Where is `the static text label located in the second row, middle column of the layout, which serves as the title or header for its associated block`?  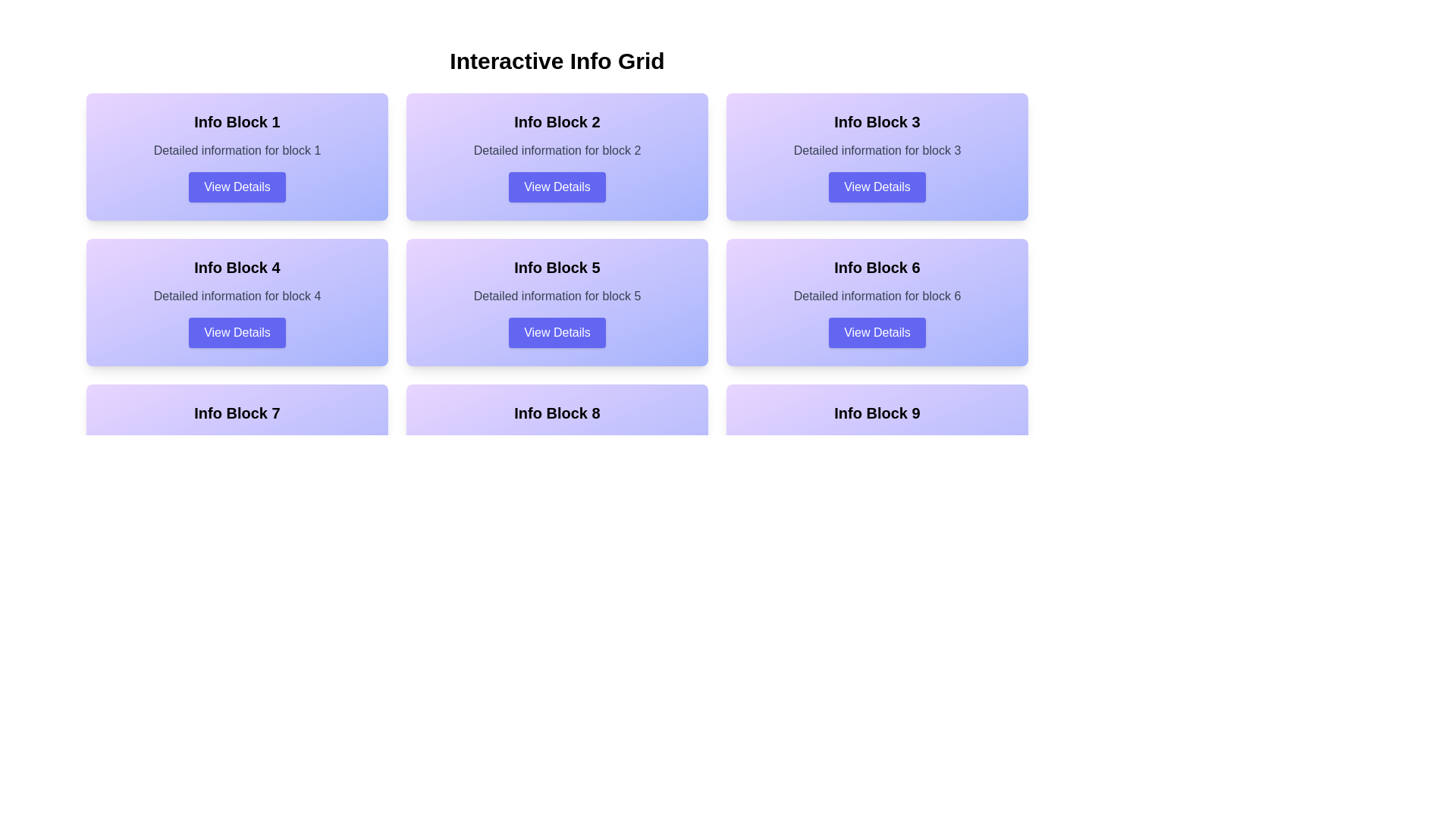
the static text label located in the second row, middle column of the layout, which serves as the title or header for its associated block is located at coordinates (556, 267).